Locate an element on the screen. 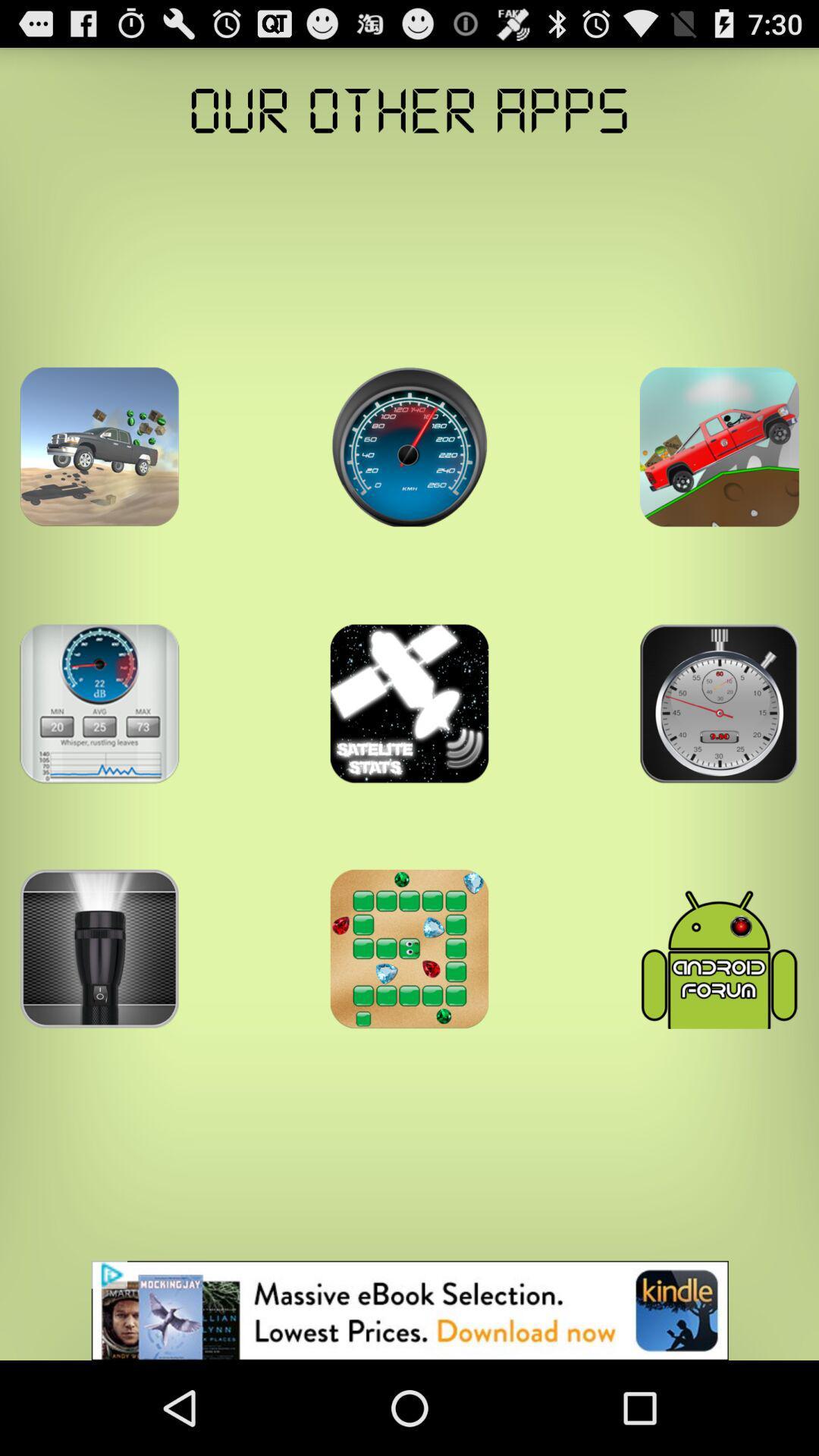 The image size is (819, 1456). to select the icon go to particular option is located at coordinates (409, 446).